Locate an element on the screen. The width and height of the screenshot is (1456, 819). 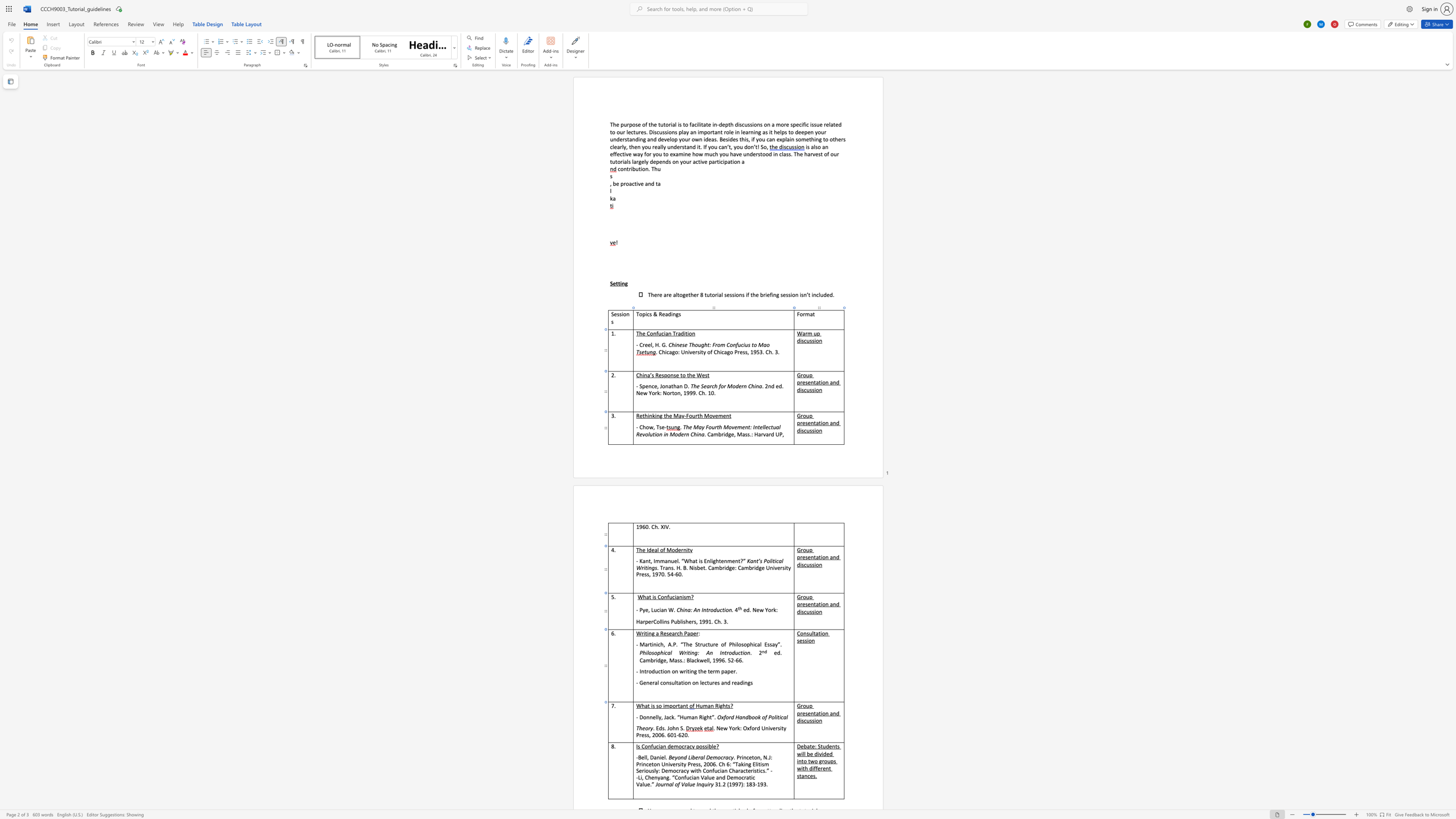
the 1th character "G" in the text is located at coordinates (799, 596).